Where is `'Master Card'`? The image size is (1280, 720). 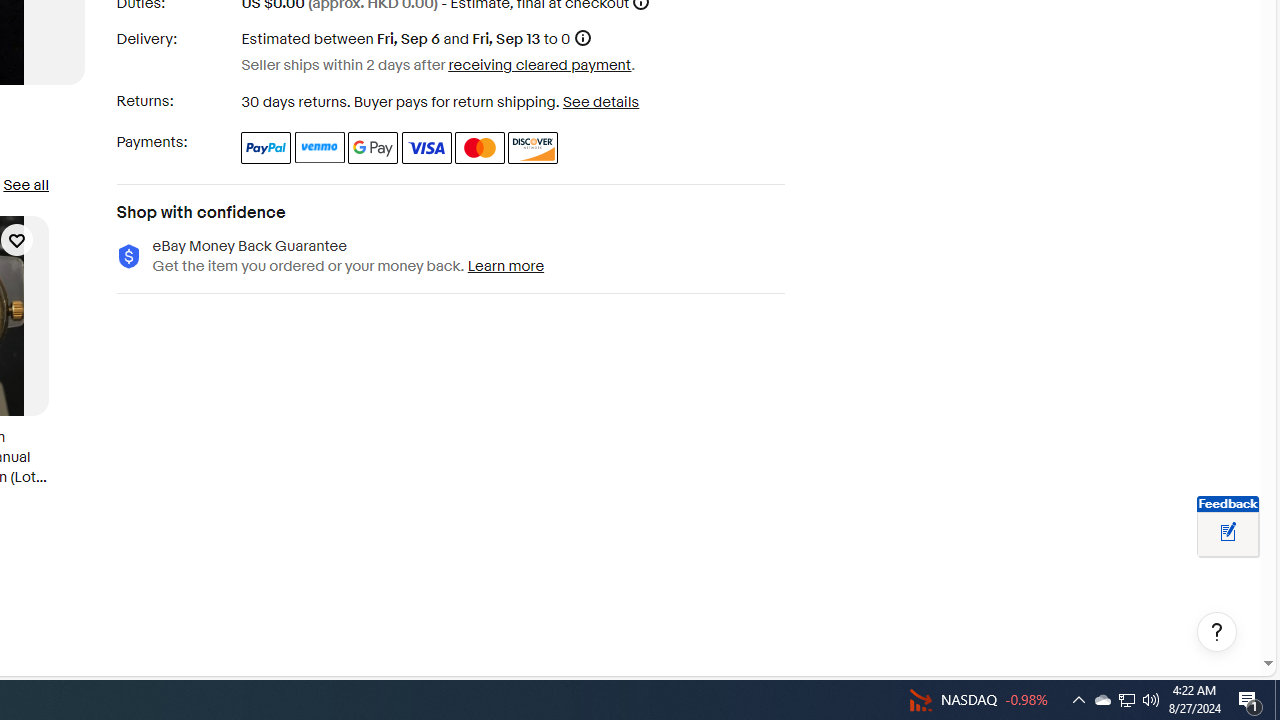 'Master Card' is located at coordinates (480, 146).